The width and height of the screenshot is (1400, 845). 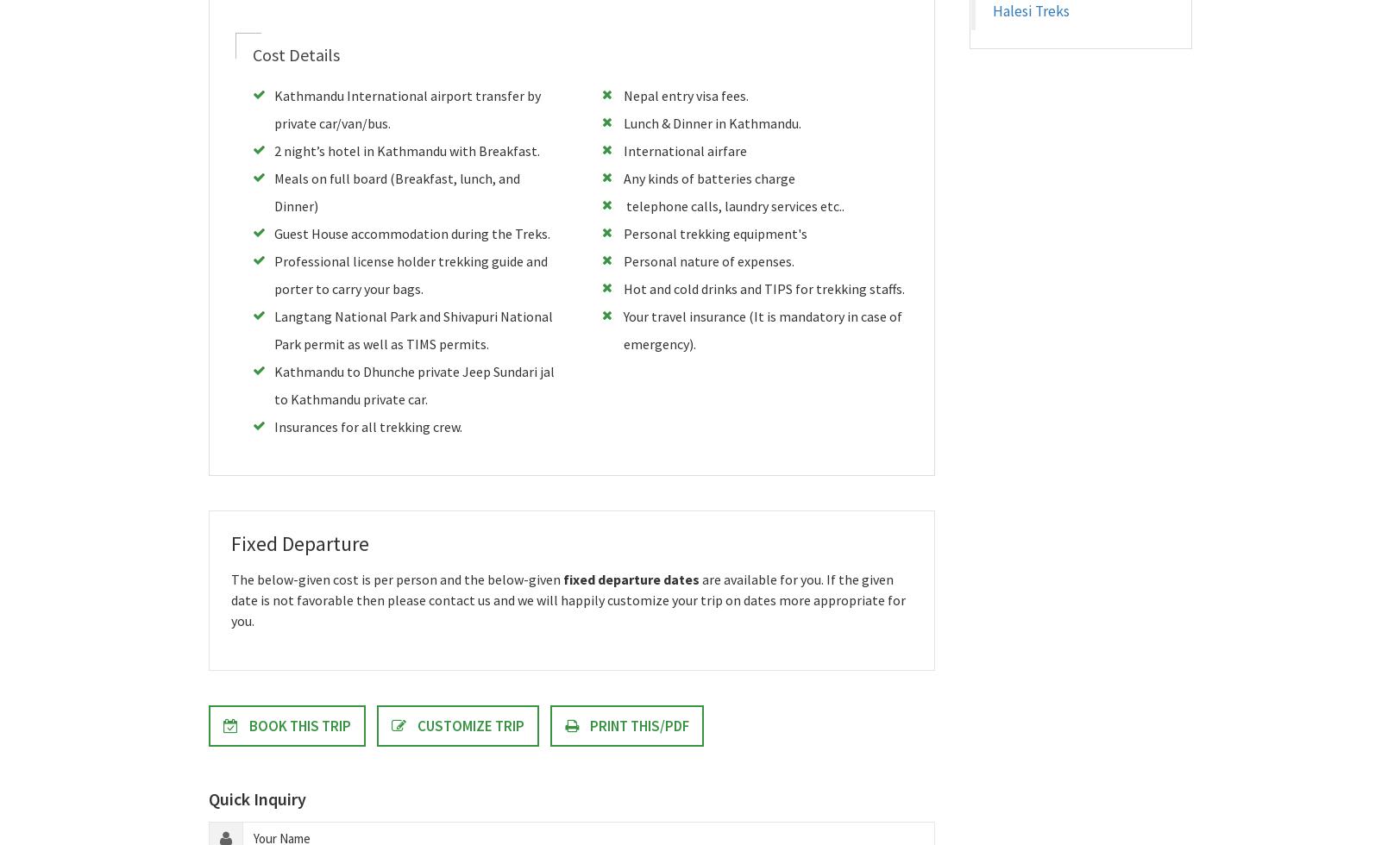 What do you see at coordinates (1030, 11) in the screenshot?
I see `'Halesi Treks'` at bounding box center [1030, 11].